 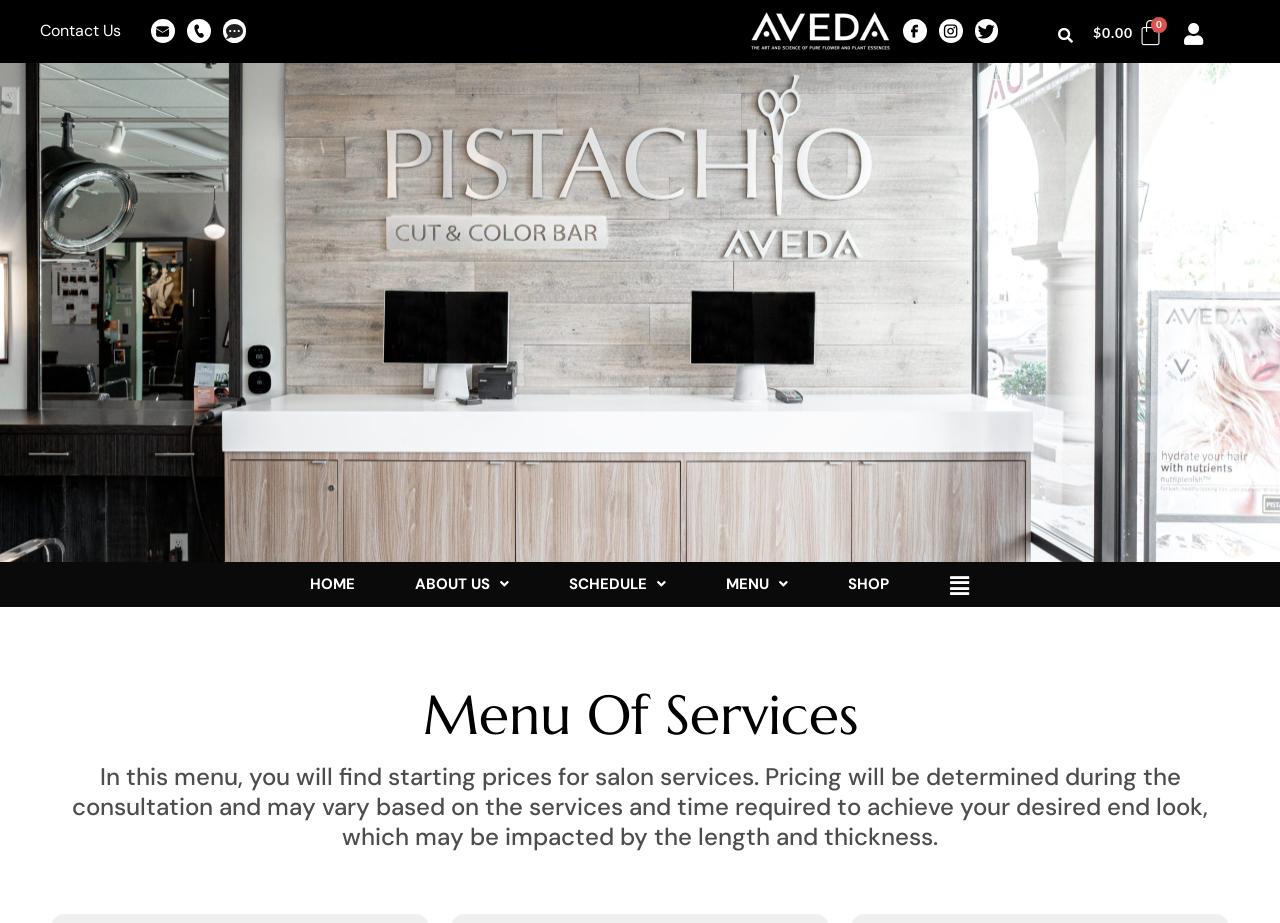 What do you see at coordinates (309, 581) in the screenshot?
I see `'HOME'` at bounding box center [309, 581].